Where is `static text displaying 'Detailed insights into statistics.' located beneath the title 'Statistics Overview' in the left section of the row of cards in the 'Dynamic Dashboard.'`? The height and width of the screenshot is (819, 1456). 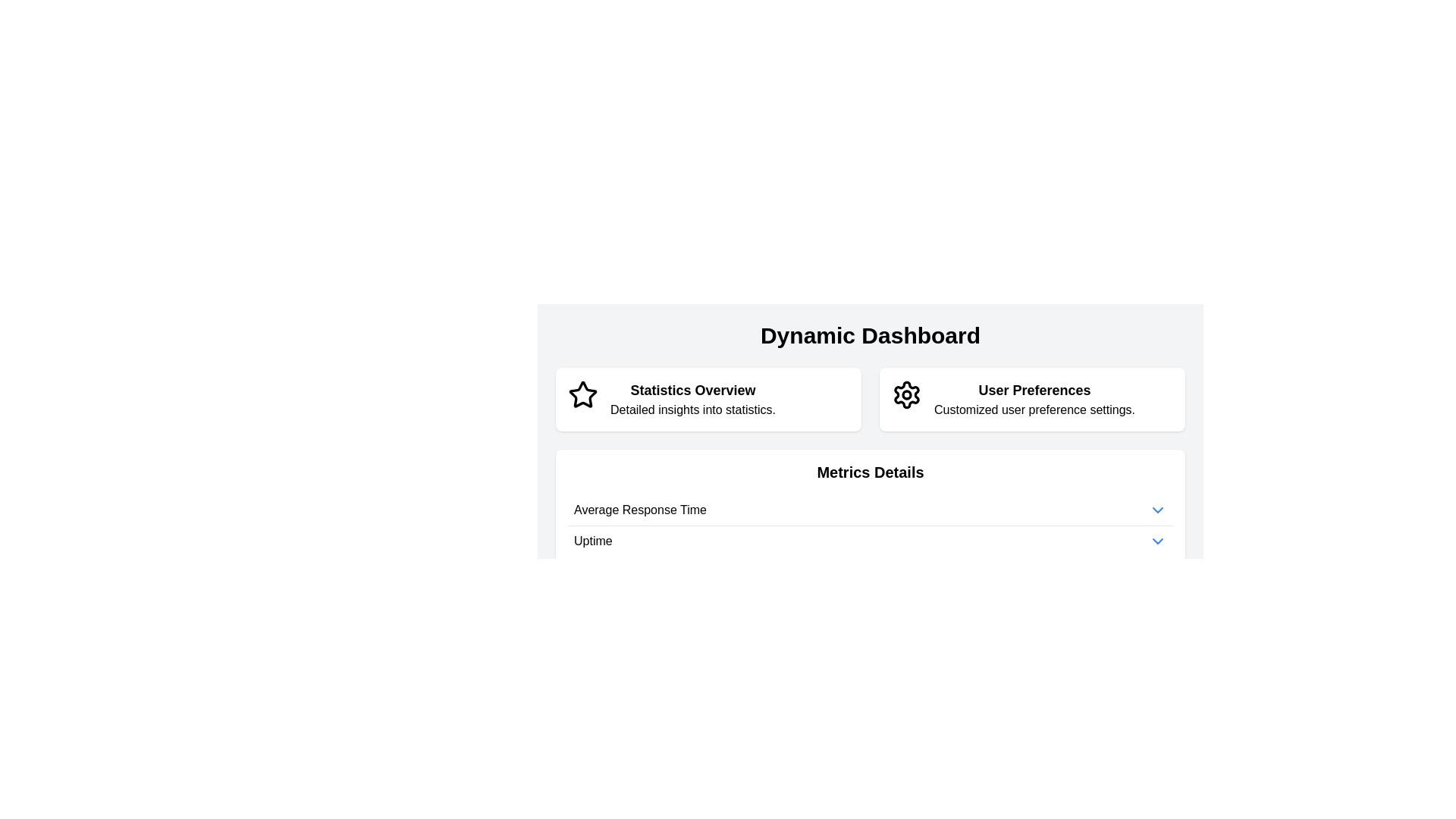 static text displaying 'Detailed insights into statistics.' located beneath the title 'Statistics Overview' in the left section of the row of cards in the 'Dynamic Dashboard.' is located at coordinates (692, 409).